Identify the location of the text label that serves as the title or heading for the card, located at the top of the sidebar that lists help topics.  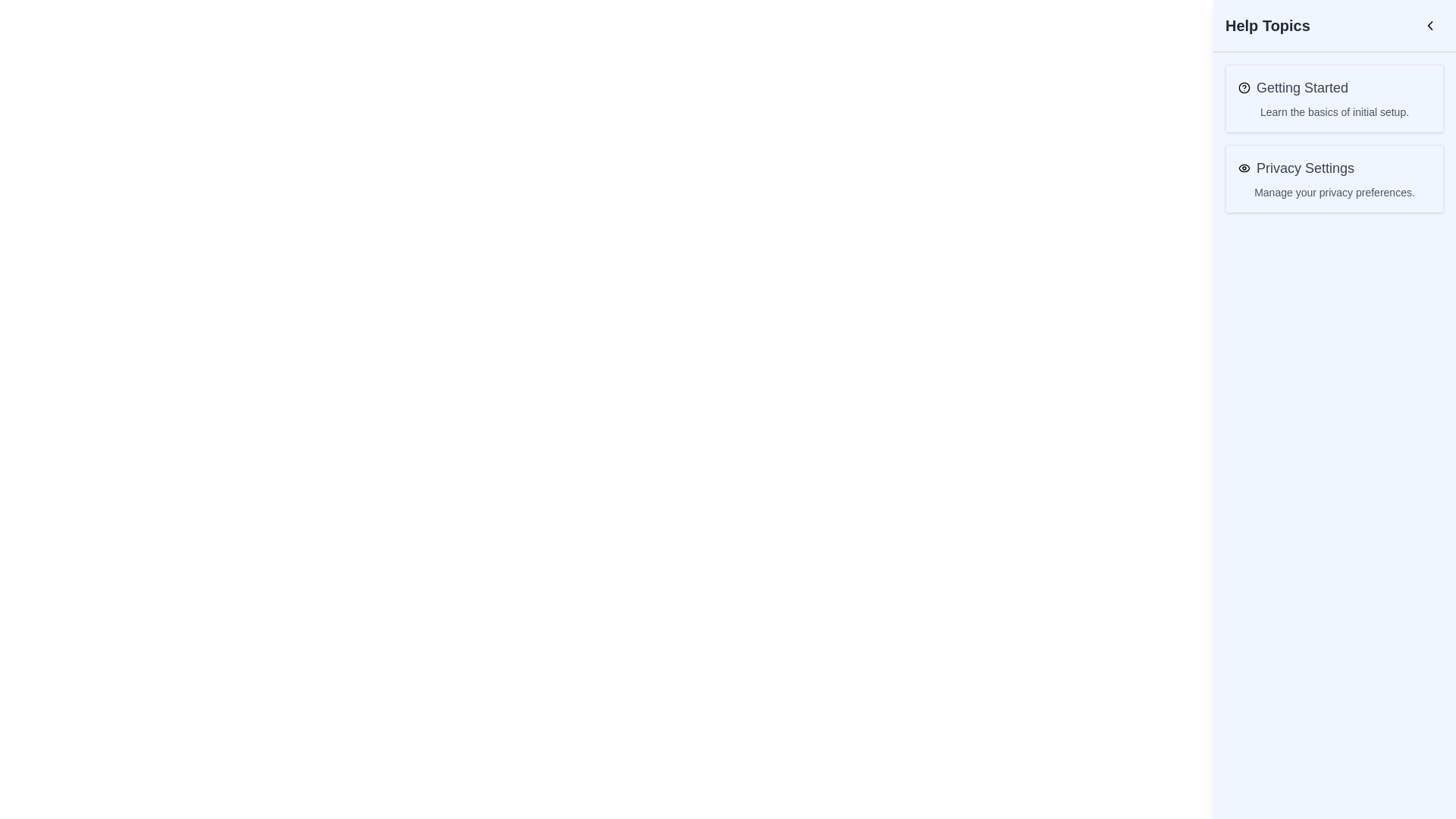
(1301, 87).